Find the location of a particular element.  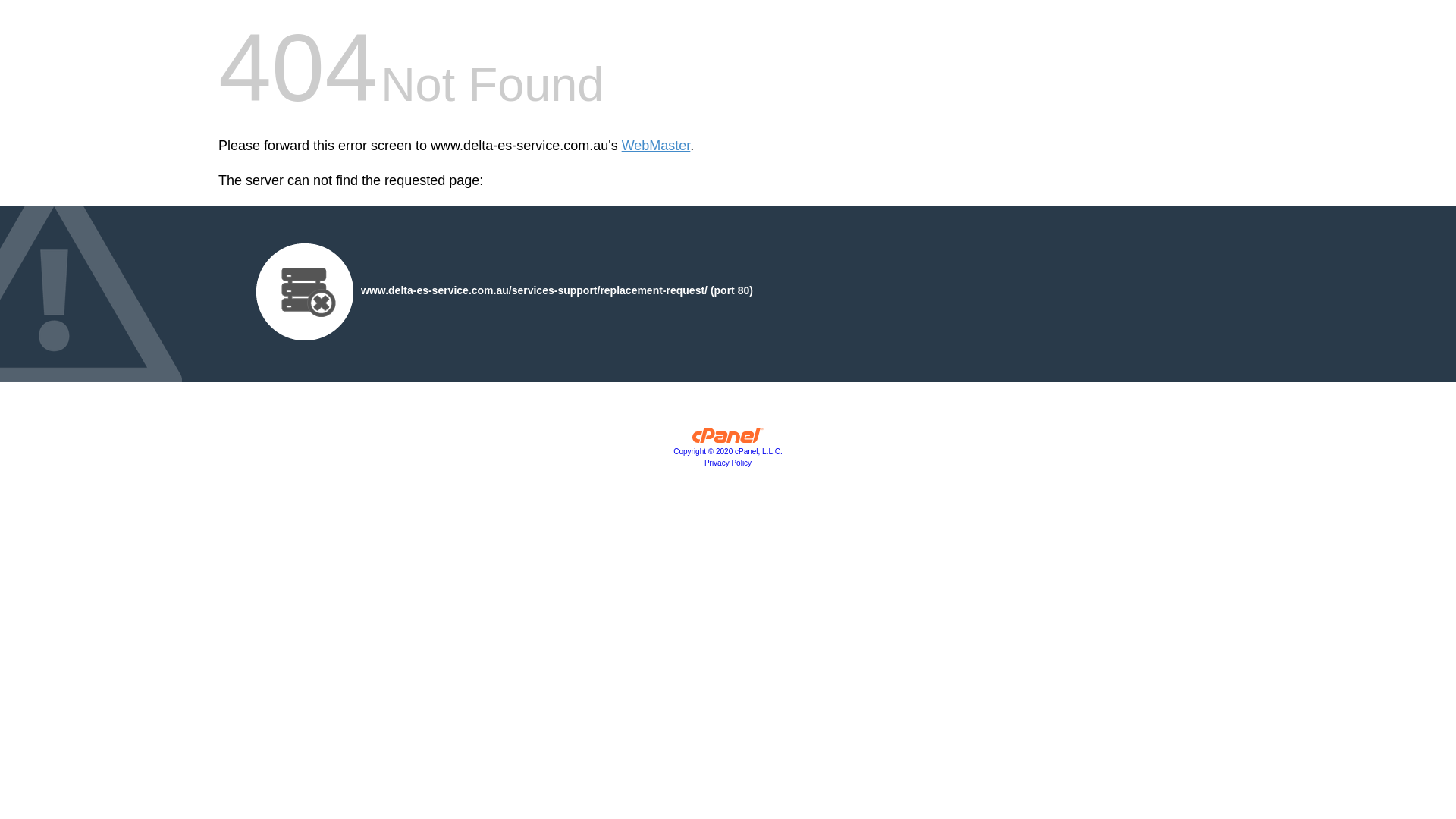

'WebMaster' is located at coordinates (656, 146).